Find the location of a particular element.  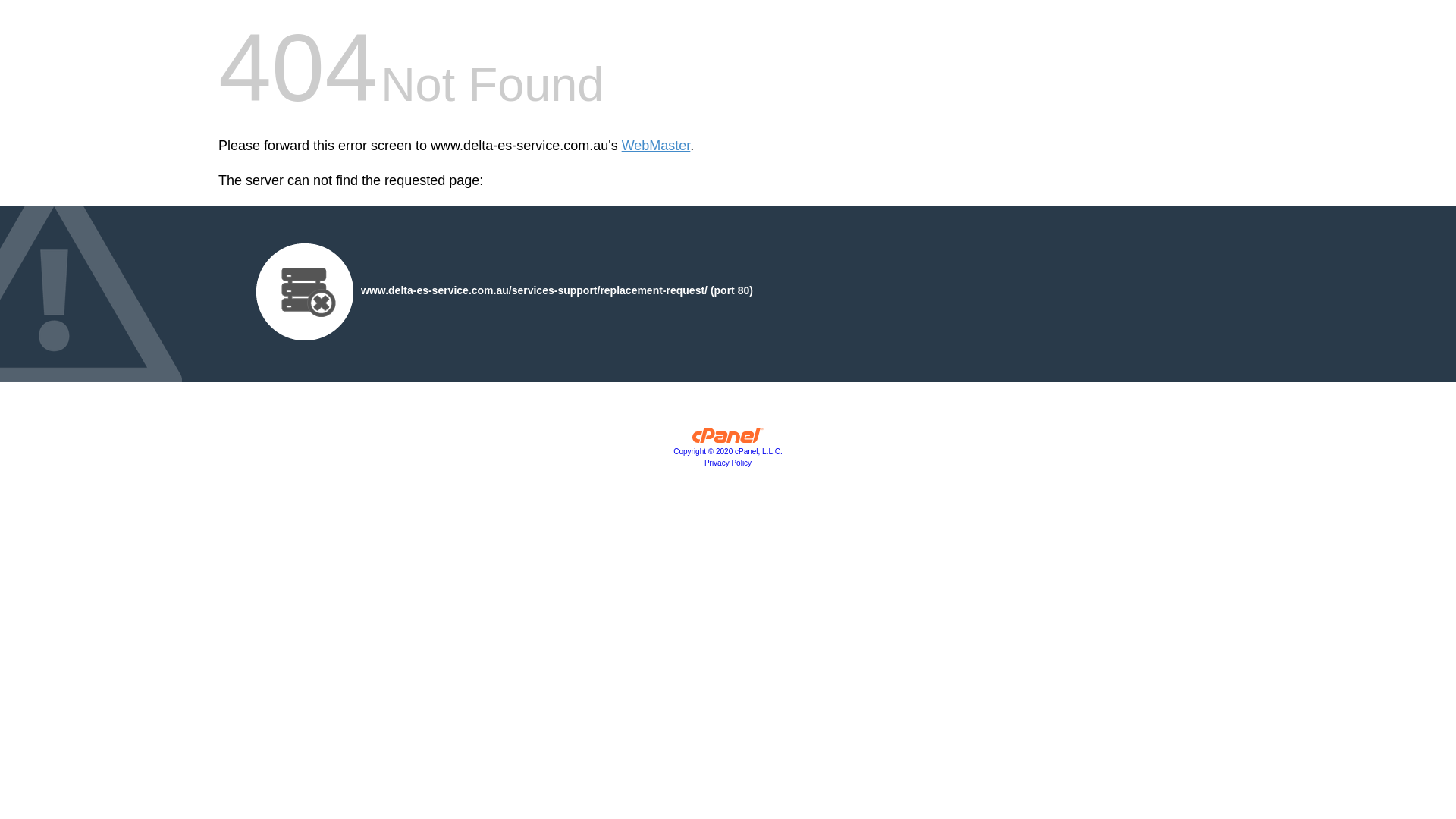

'WebMaster' is located at coordinates (656, 146).